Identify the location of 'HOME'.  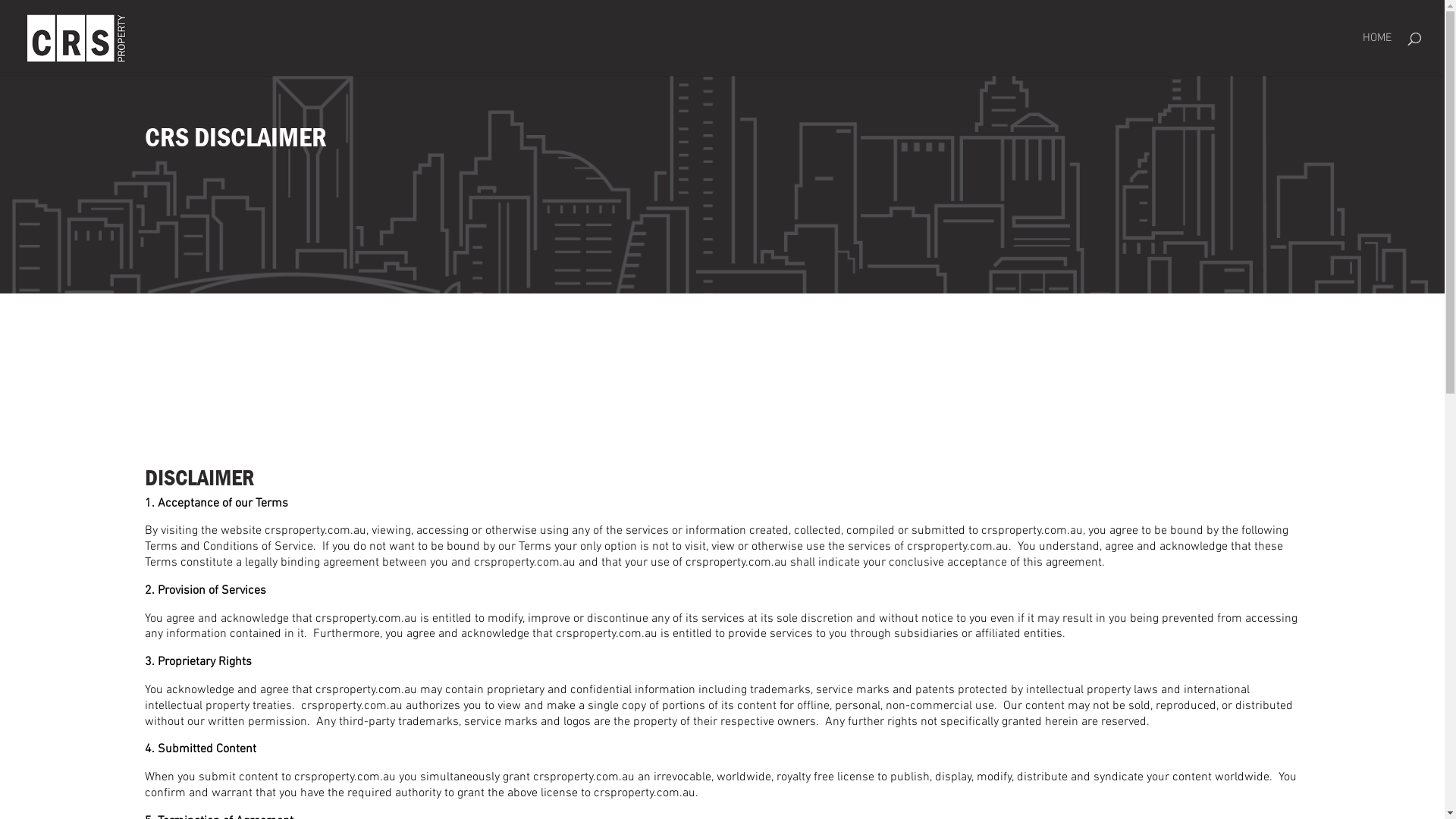
(1362, 53).